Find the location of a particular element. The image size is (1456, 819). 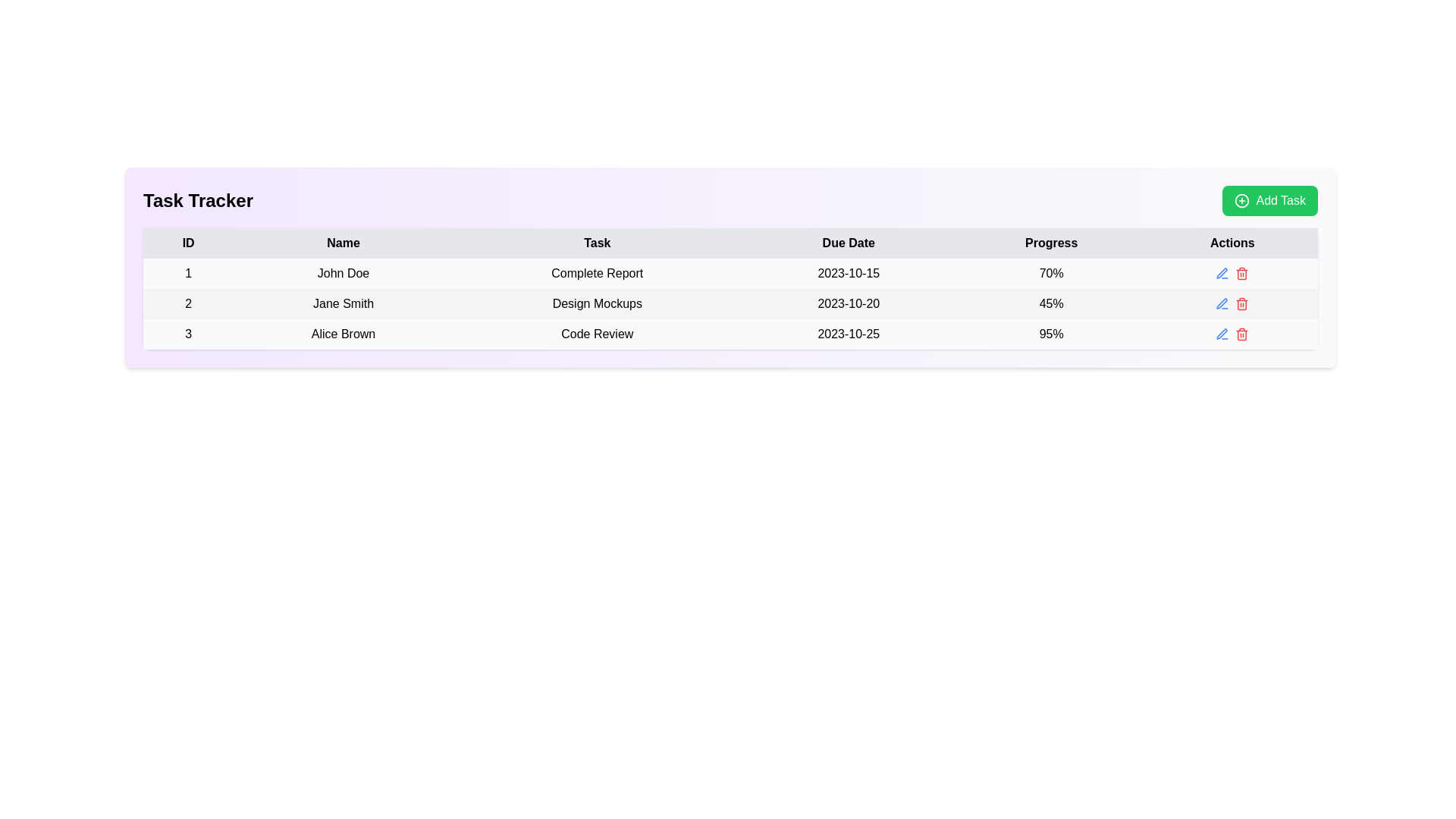

the green 'Add Task' button located at the top-right corner of the interface is located at coordinates (1270, 200).